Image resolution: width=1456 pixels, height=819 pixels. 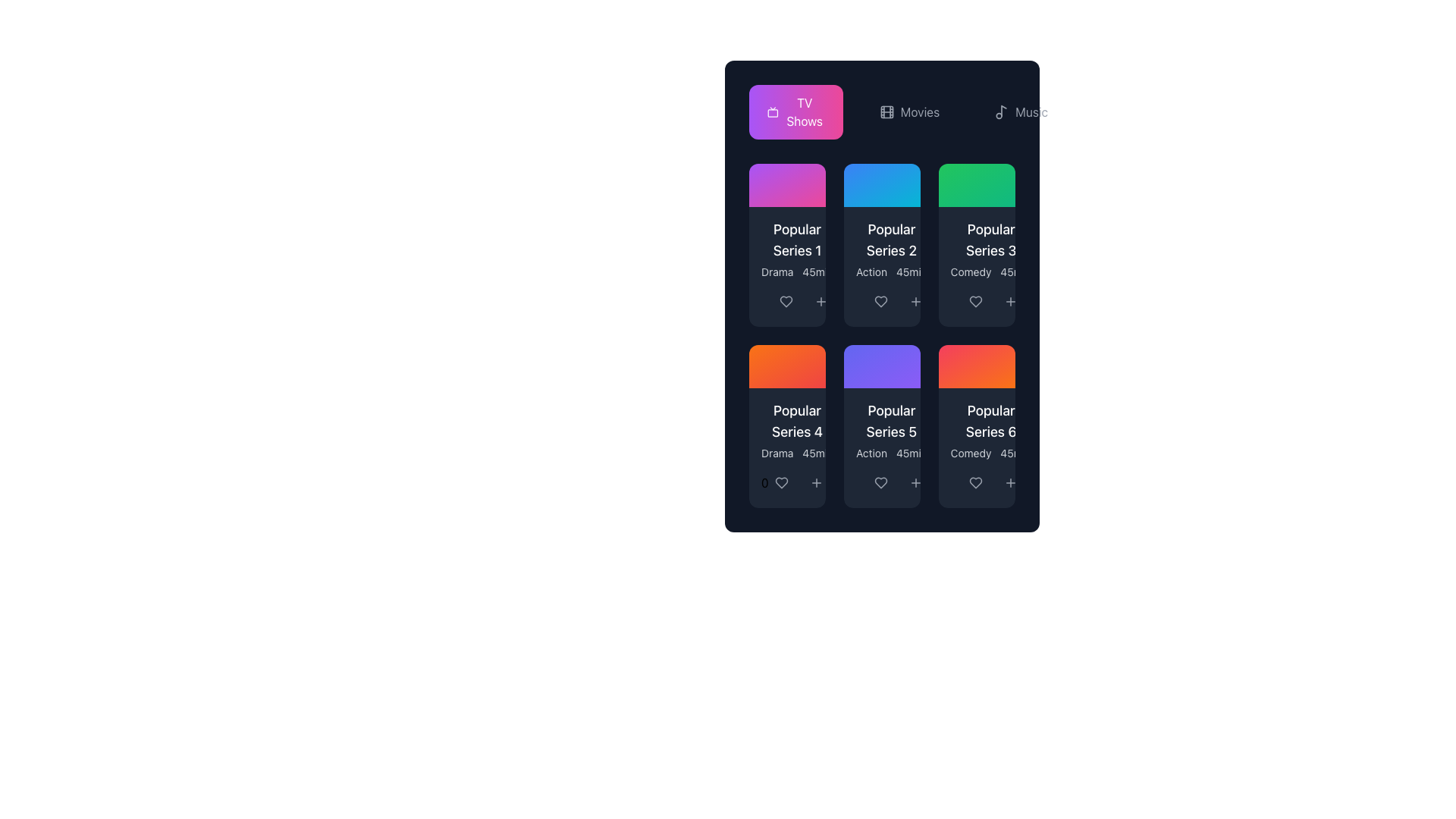 What do you see at coordinates (909, 111) in the screenshot?
I see `the 'Movies' navigation button located in the center of the horizontal navigation menu at the top of the interface` at bounding box center [909, 111].